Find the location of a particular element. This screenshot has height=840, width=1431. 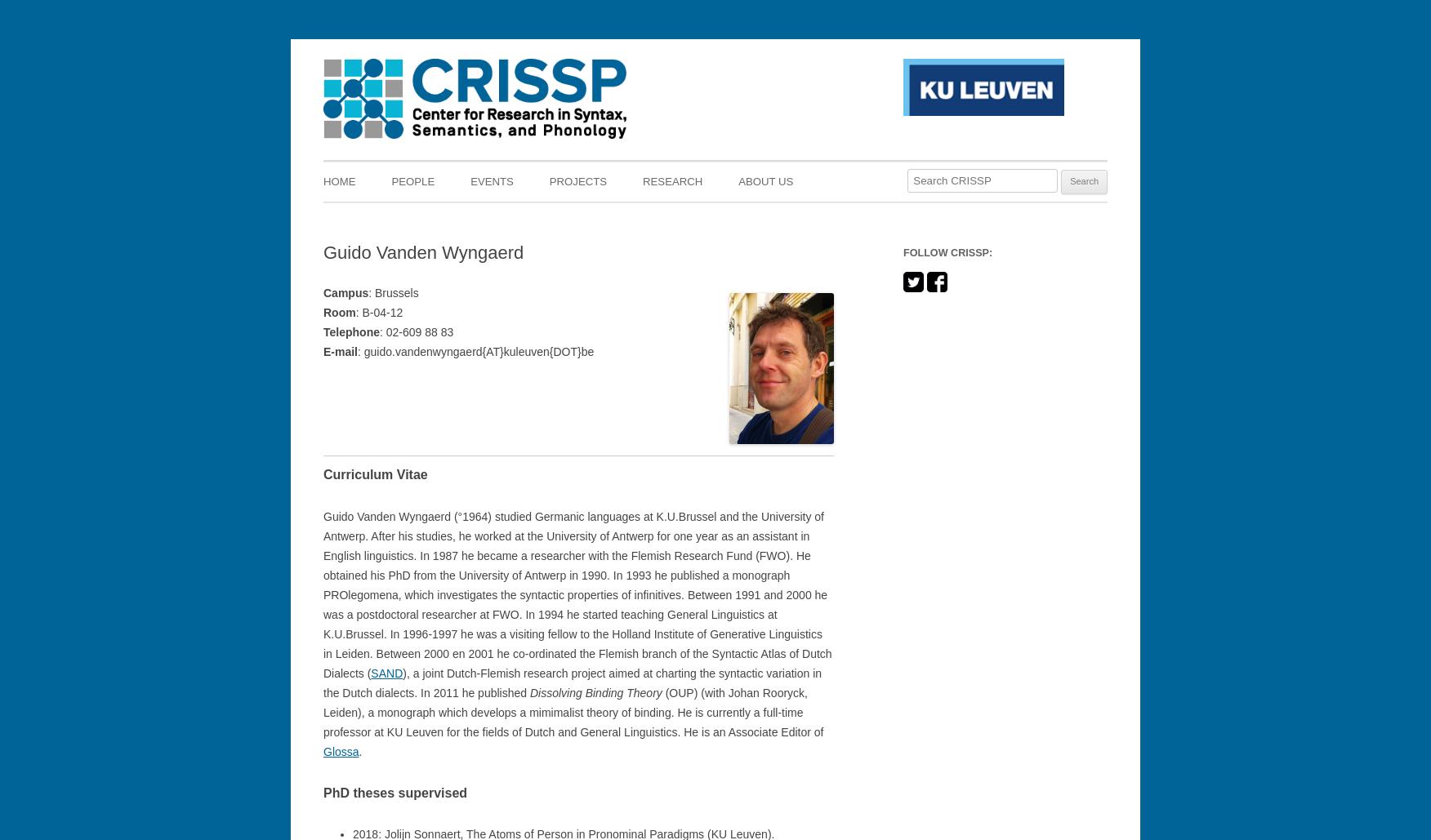

'Glossa' is located at coordinates (340, 751).